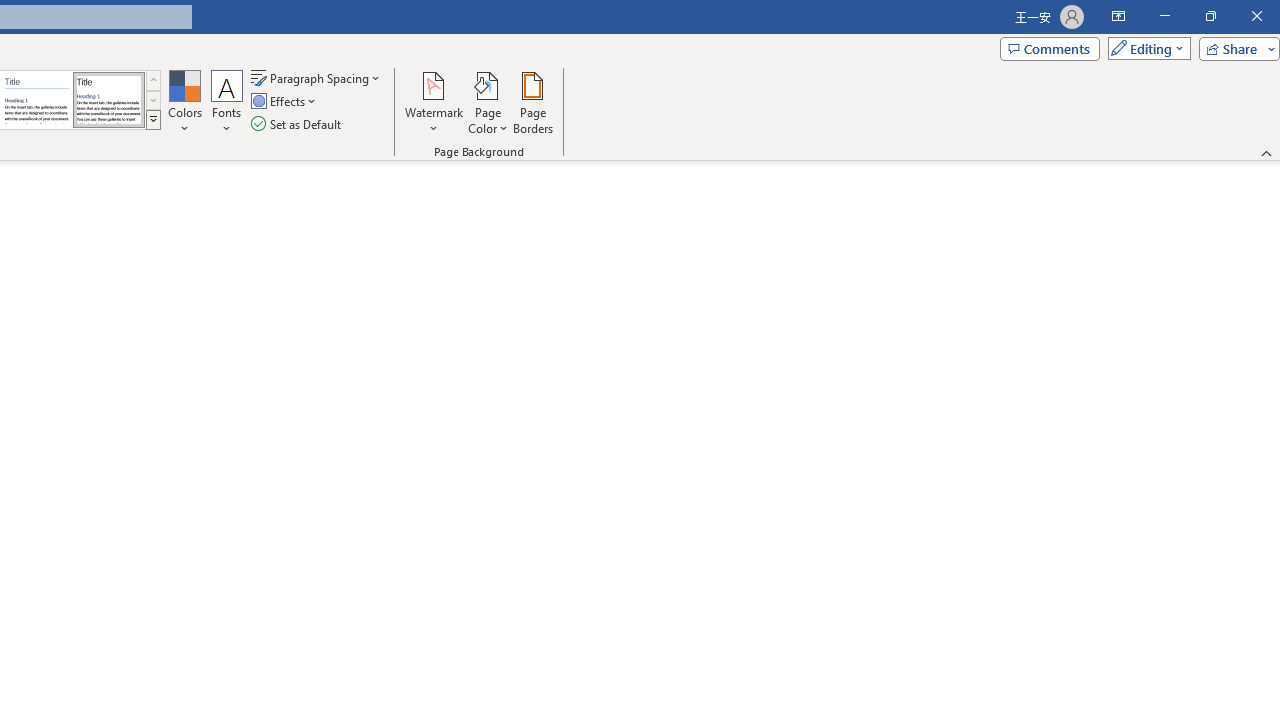  I want to click on 'Page Borders...', so click(533, 103).